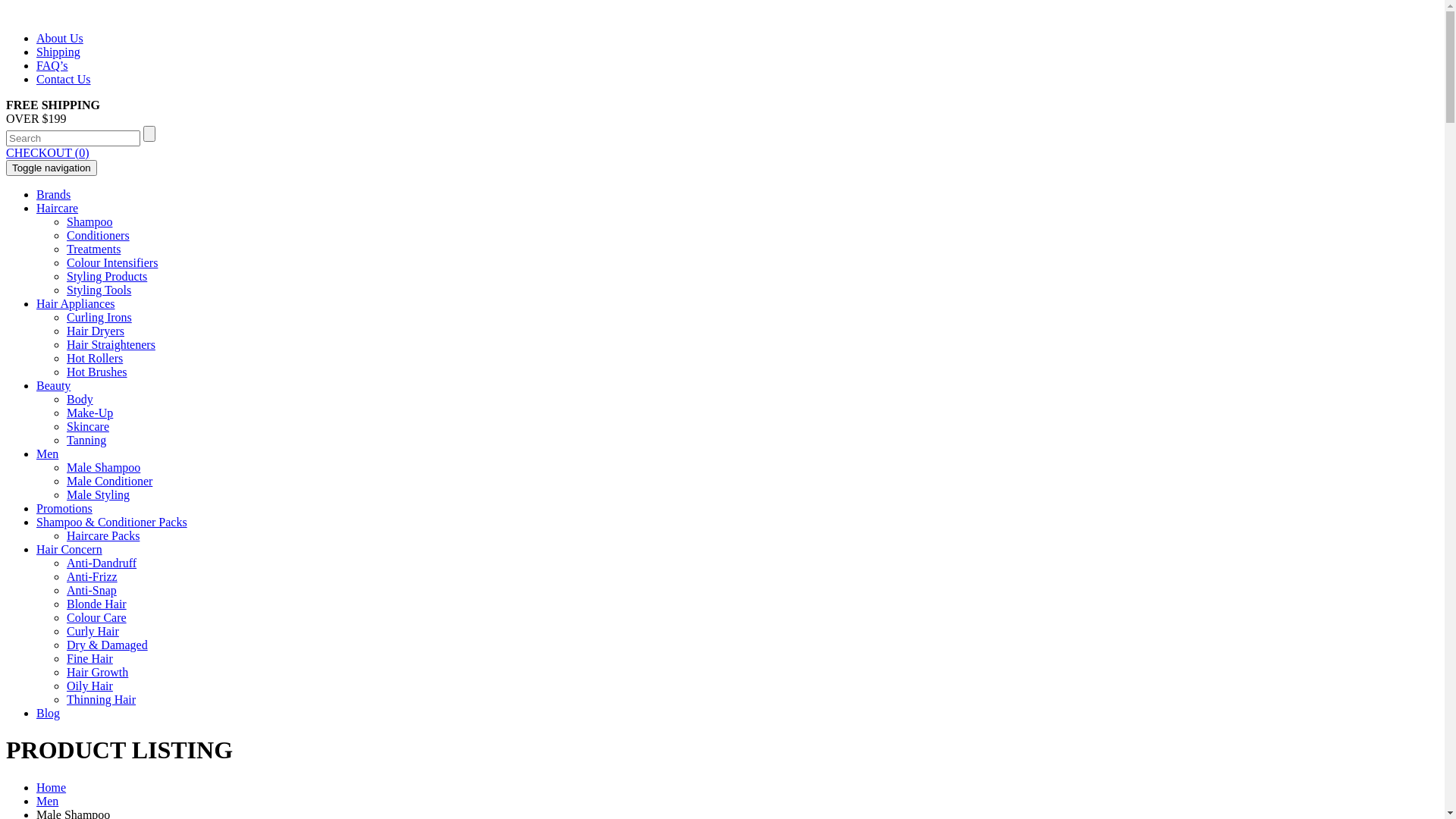 This screenshot has width=1456, height=819. What do you see at coordinates (36, 208) in the screenshot?
I see `'Haircare'` at bounding box center [36, 208].